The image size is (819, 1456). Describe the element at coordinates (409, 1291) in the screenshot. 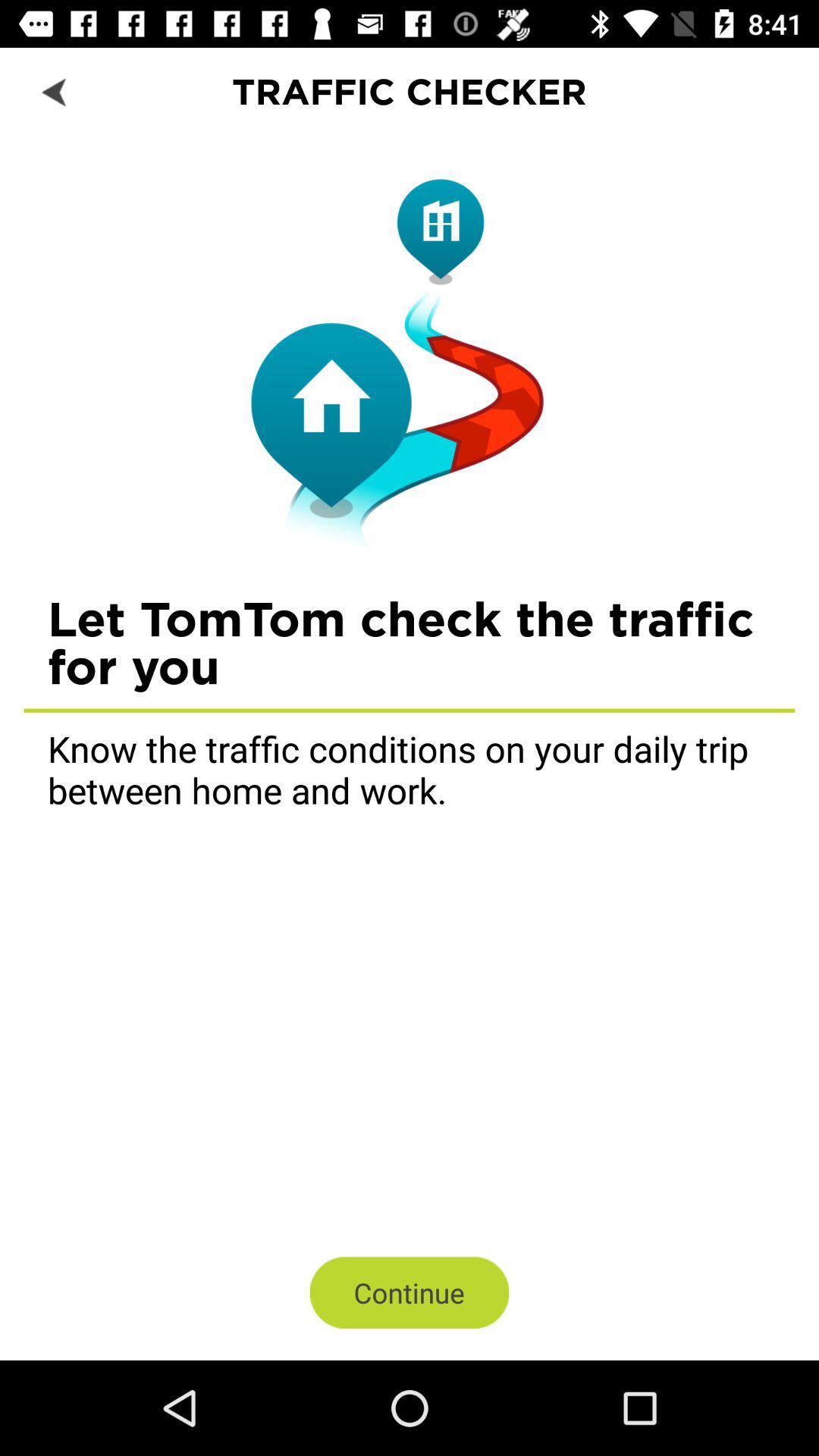

I see `the item below know the traffic icon` at that location.